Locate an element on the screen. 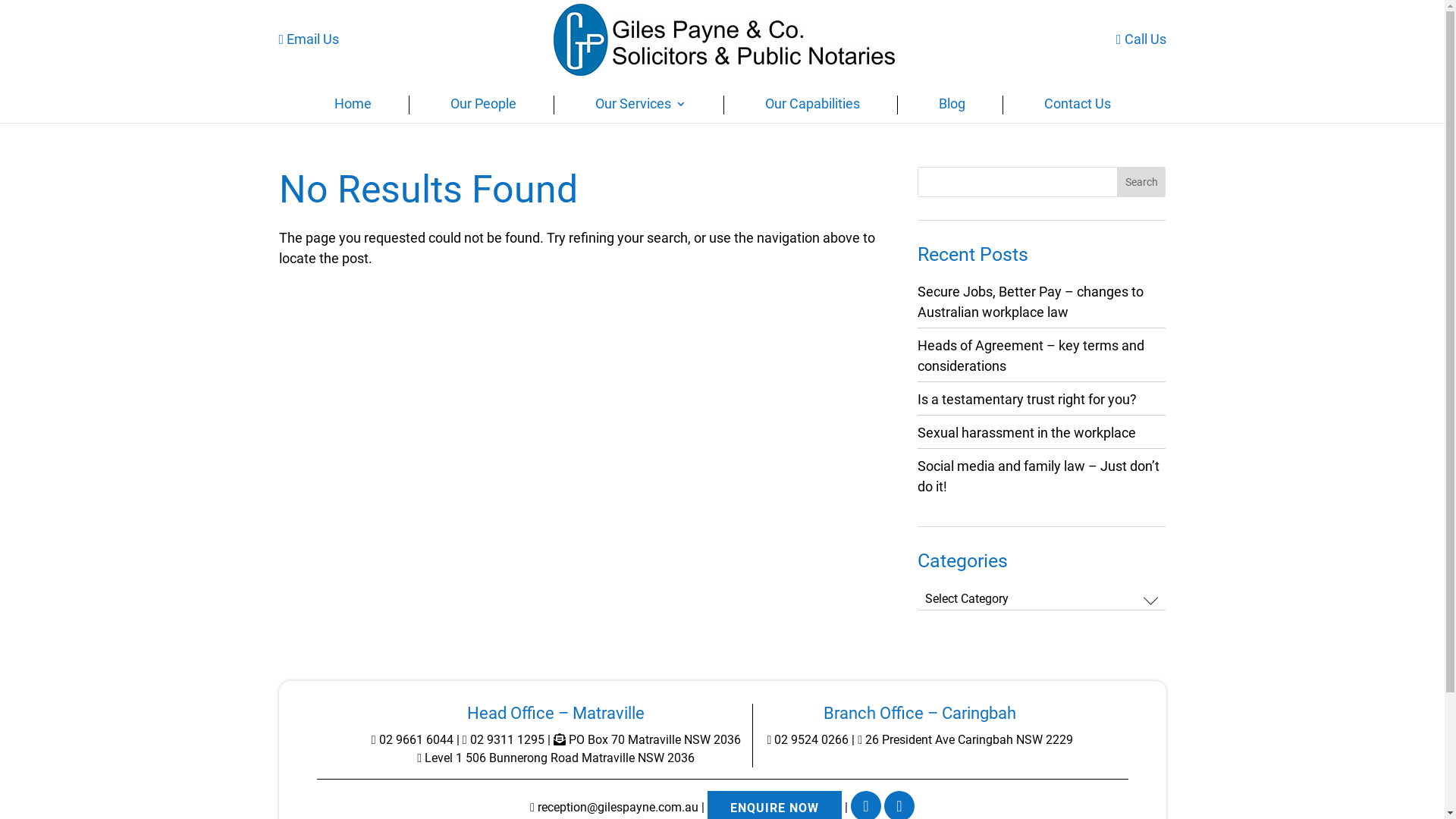 Image resolution: width=1456 pixels, height=819 pixels. 'Our Capabilities' is located at coordinates (811, 107).